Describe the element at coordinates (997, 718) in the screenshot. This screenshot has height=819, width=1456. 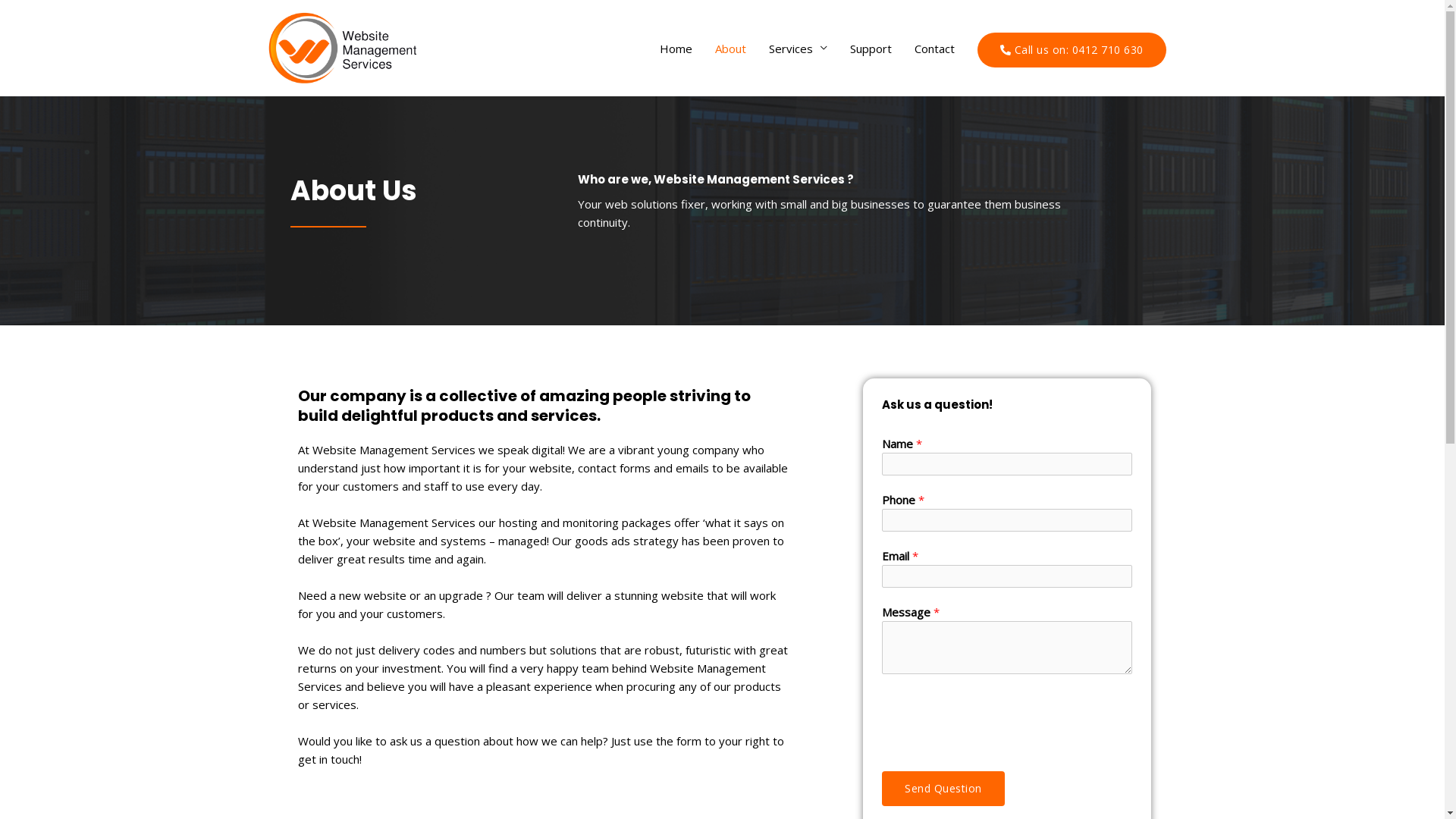
I see `'reCAPTCHA'` at that location.